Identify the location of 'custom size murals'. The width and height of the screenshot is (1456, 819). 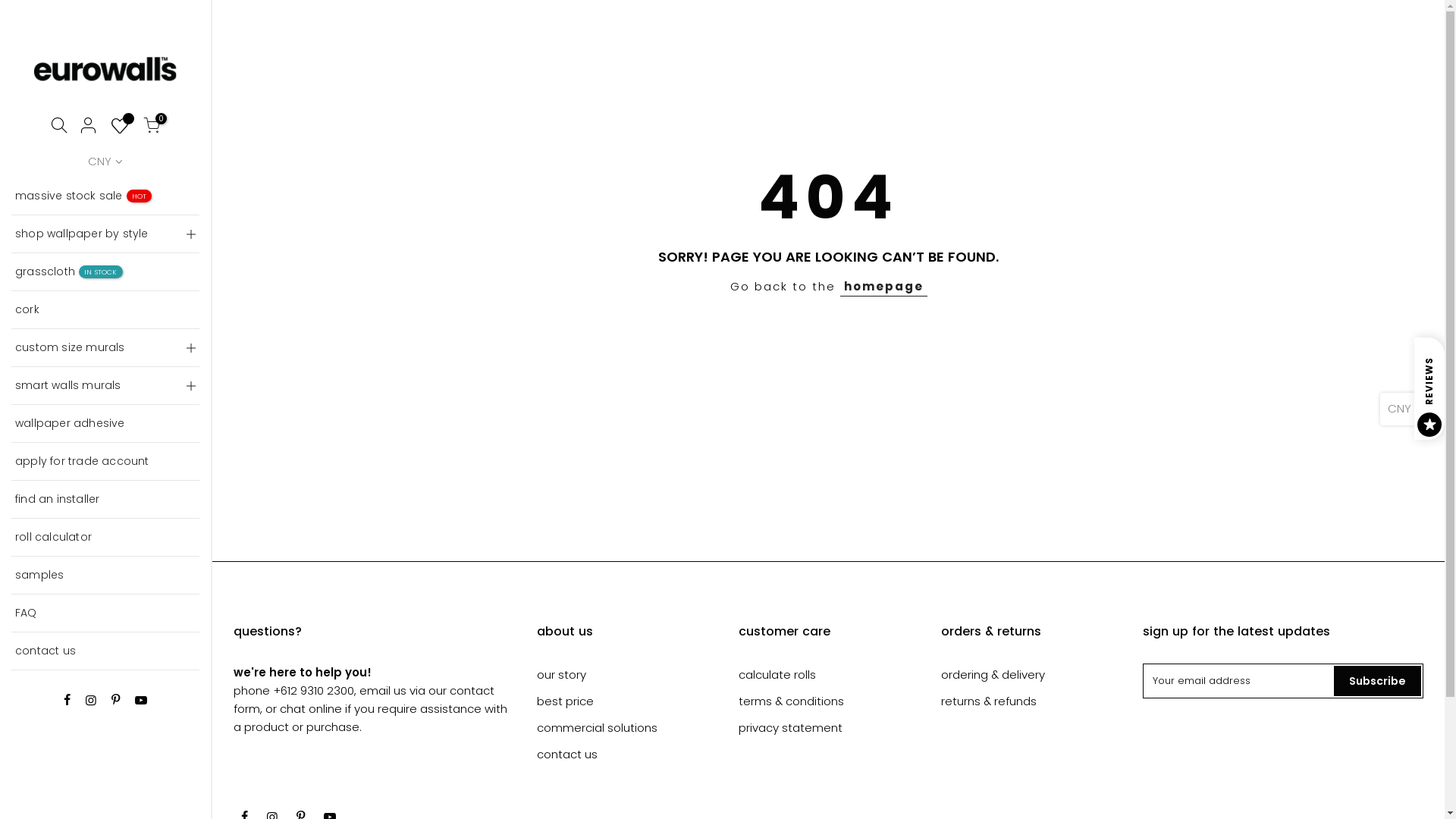
(105, 348).